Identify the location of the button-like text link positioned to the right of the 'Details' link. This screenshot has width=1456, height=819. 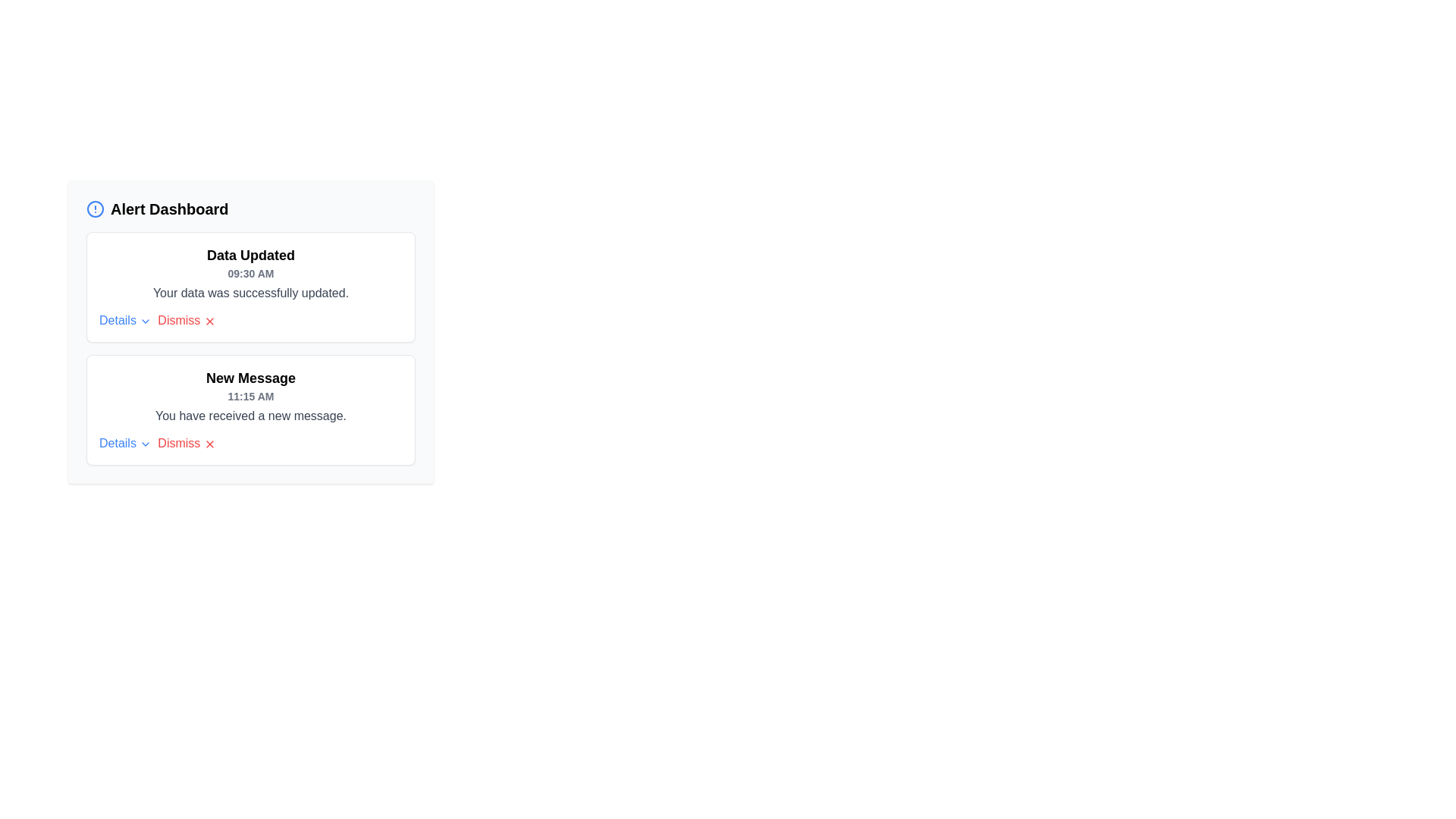
(186, 444).